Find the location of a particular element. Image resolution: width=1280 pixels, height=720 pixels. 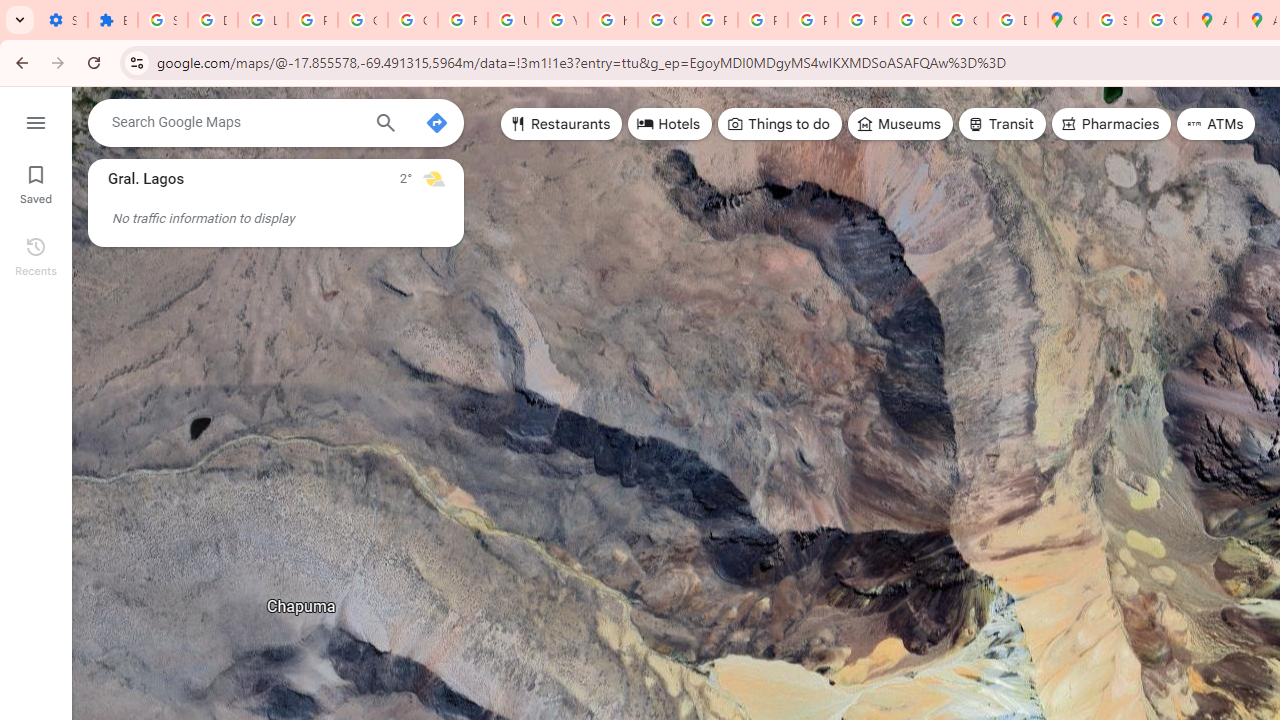

'Menu' is located at coordinates (35, 120).